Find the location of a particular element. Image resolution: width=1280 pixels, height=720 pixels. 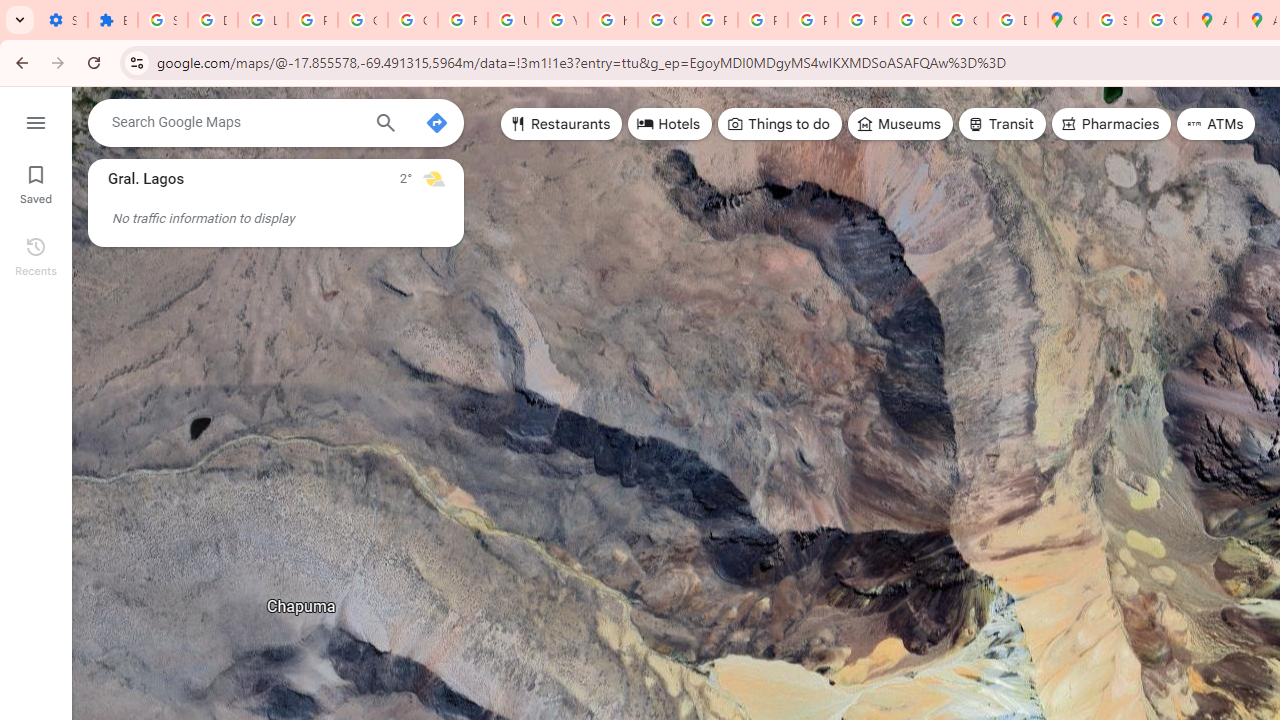

'Menu' is located at coordinates (35, 120).